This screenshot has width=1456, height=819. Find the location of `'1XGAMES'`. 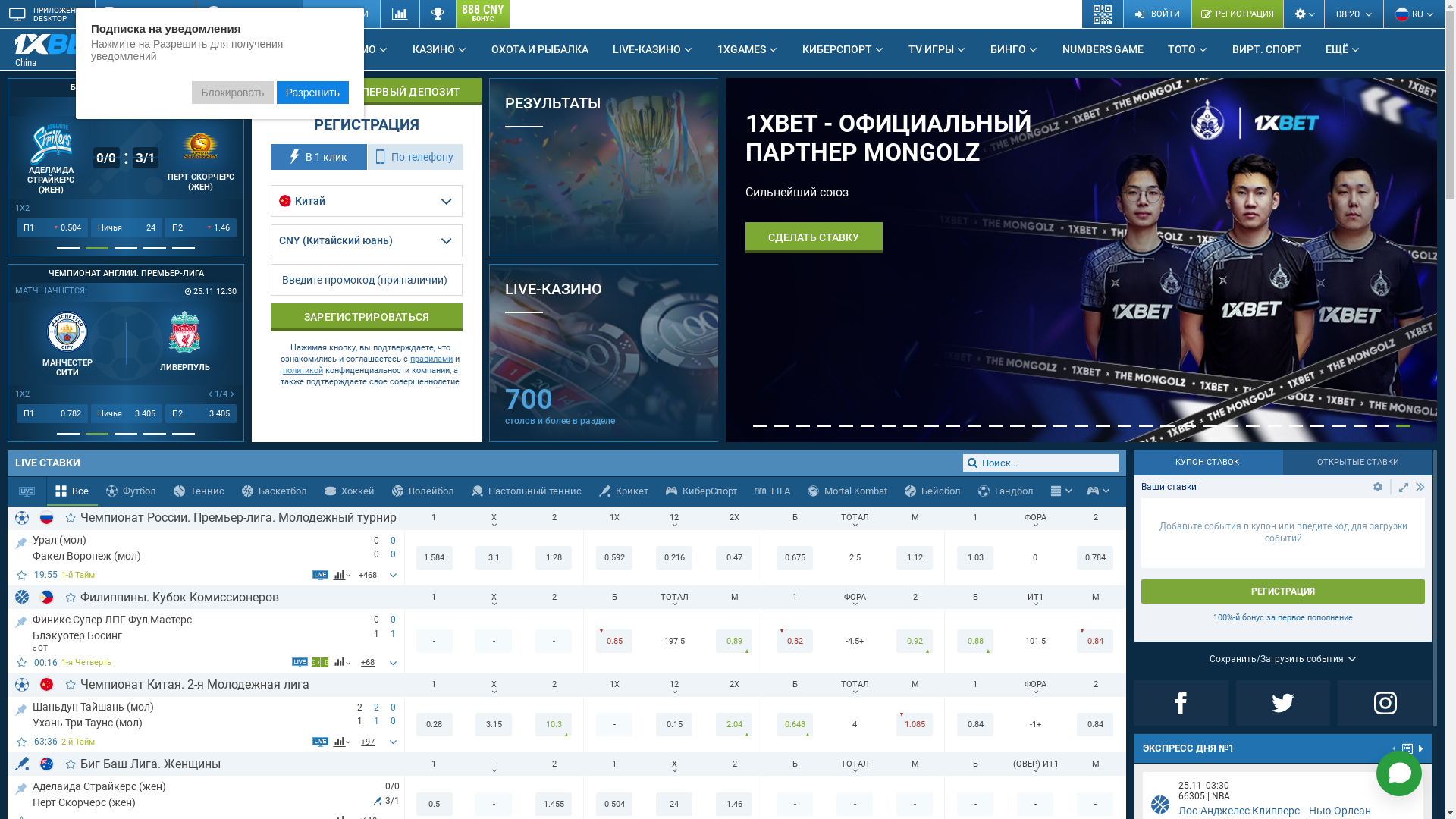

'1XGAMES' is located at coordinates (747, 49).